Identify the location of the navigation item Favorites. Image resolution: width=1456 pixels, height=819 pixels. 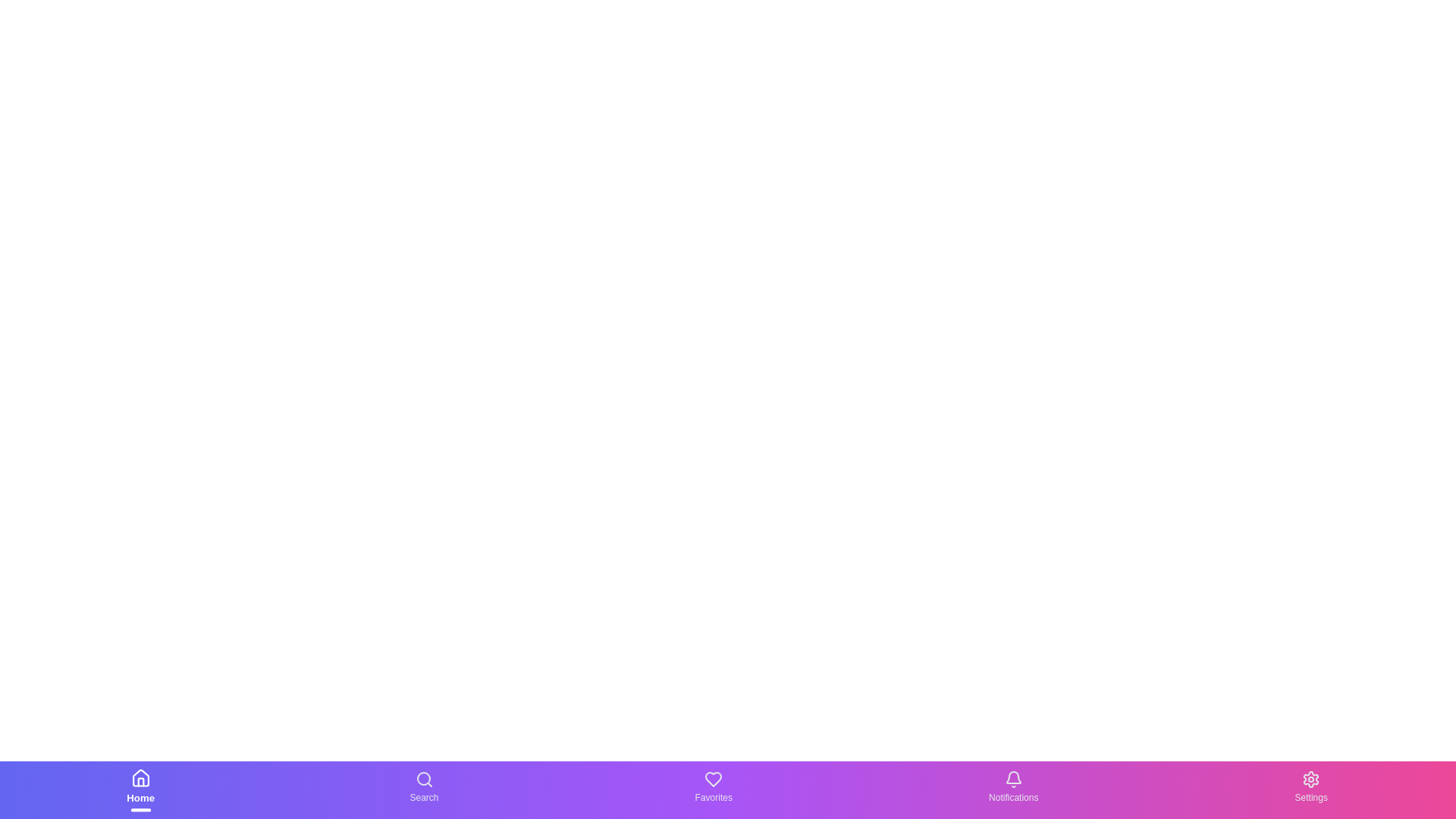
(712, 789).